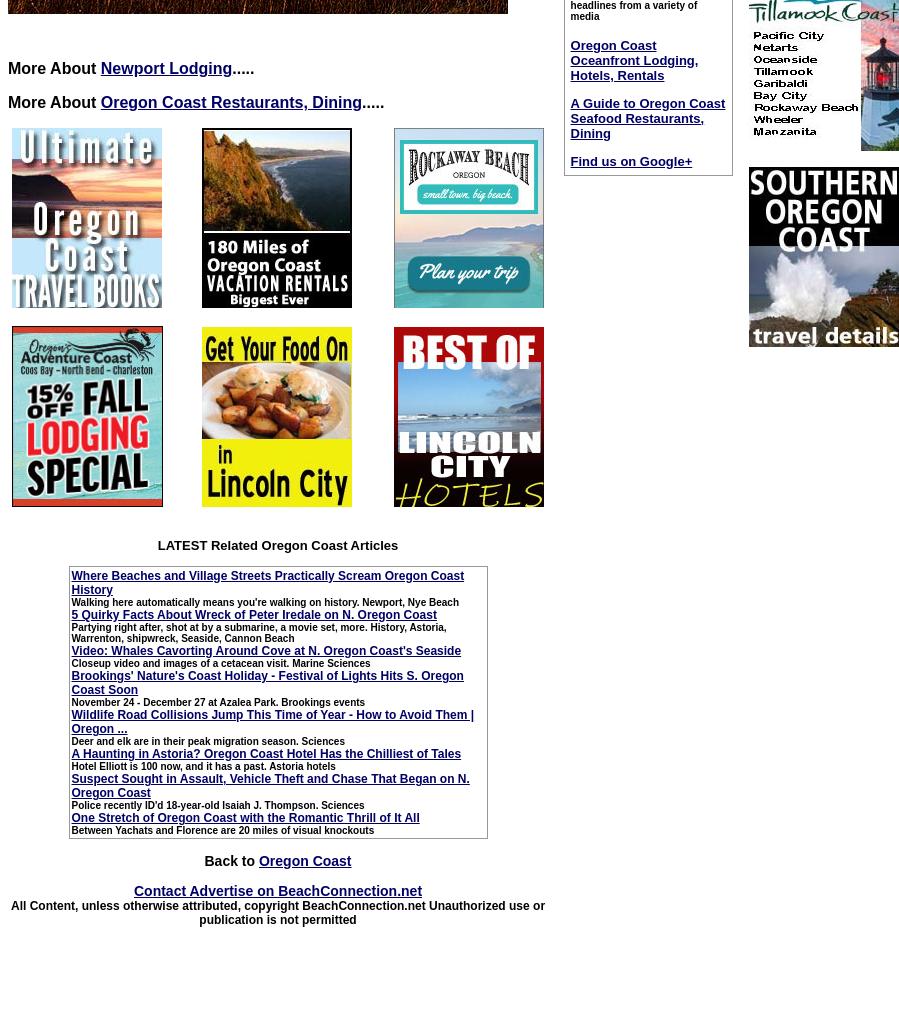 Image resolution: width=899 pixels, height=1019 pixels. What do you see at coordinates (272, 721) in the screenshot?
I see `'Wildlife Road Collisions Jump This Time of Year - How to Avoid Them | Oregon ...'` at bounding box center [272, 721].